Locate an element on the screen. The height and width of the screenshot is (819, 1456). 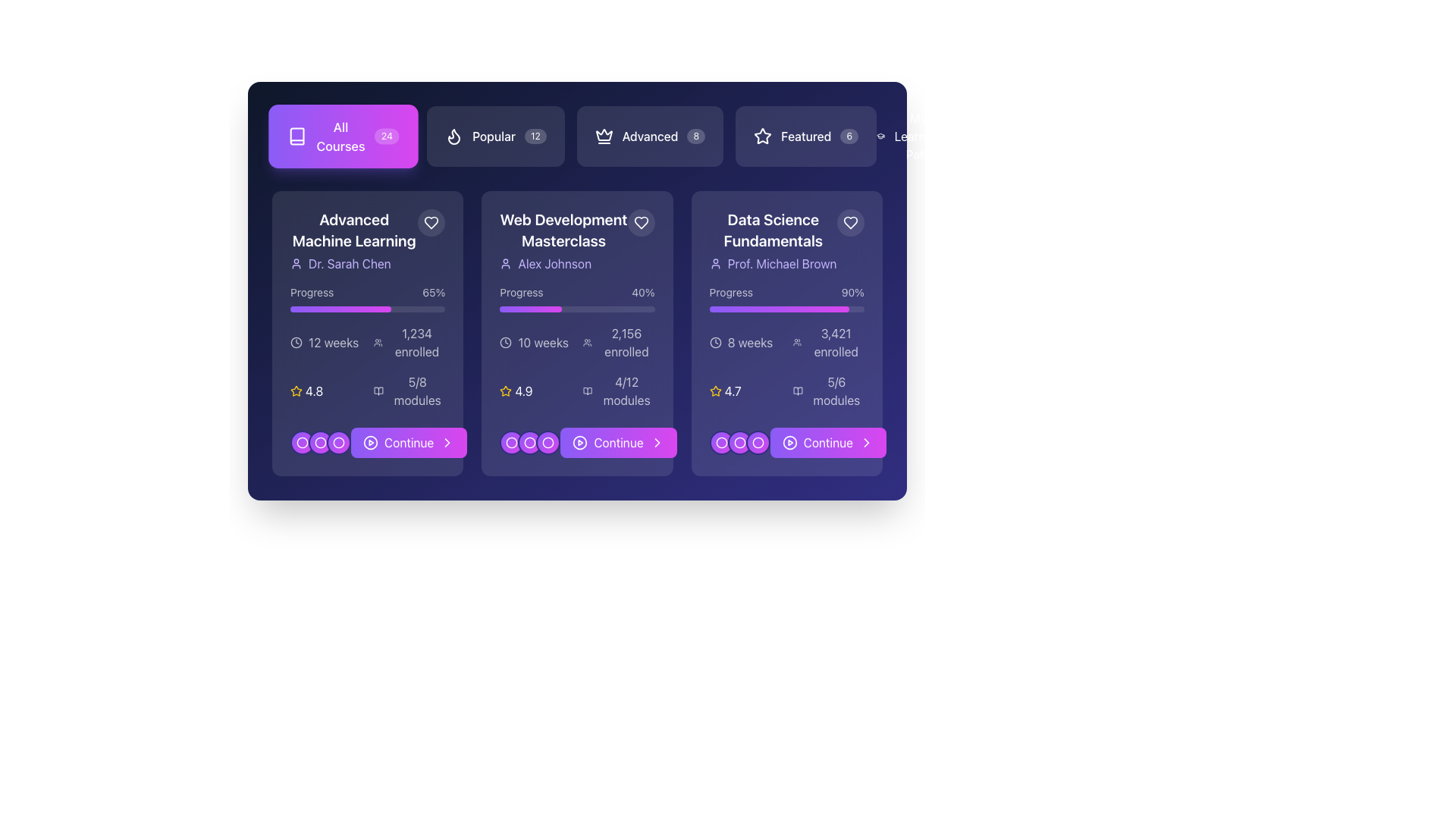
the 'Continue' text label within the button at the lower-right corner of the 'Data Science Fundamentals' course card is located at coordinates (827, 442).